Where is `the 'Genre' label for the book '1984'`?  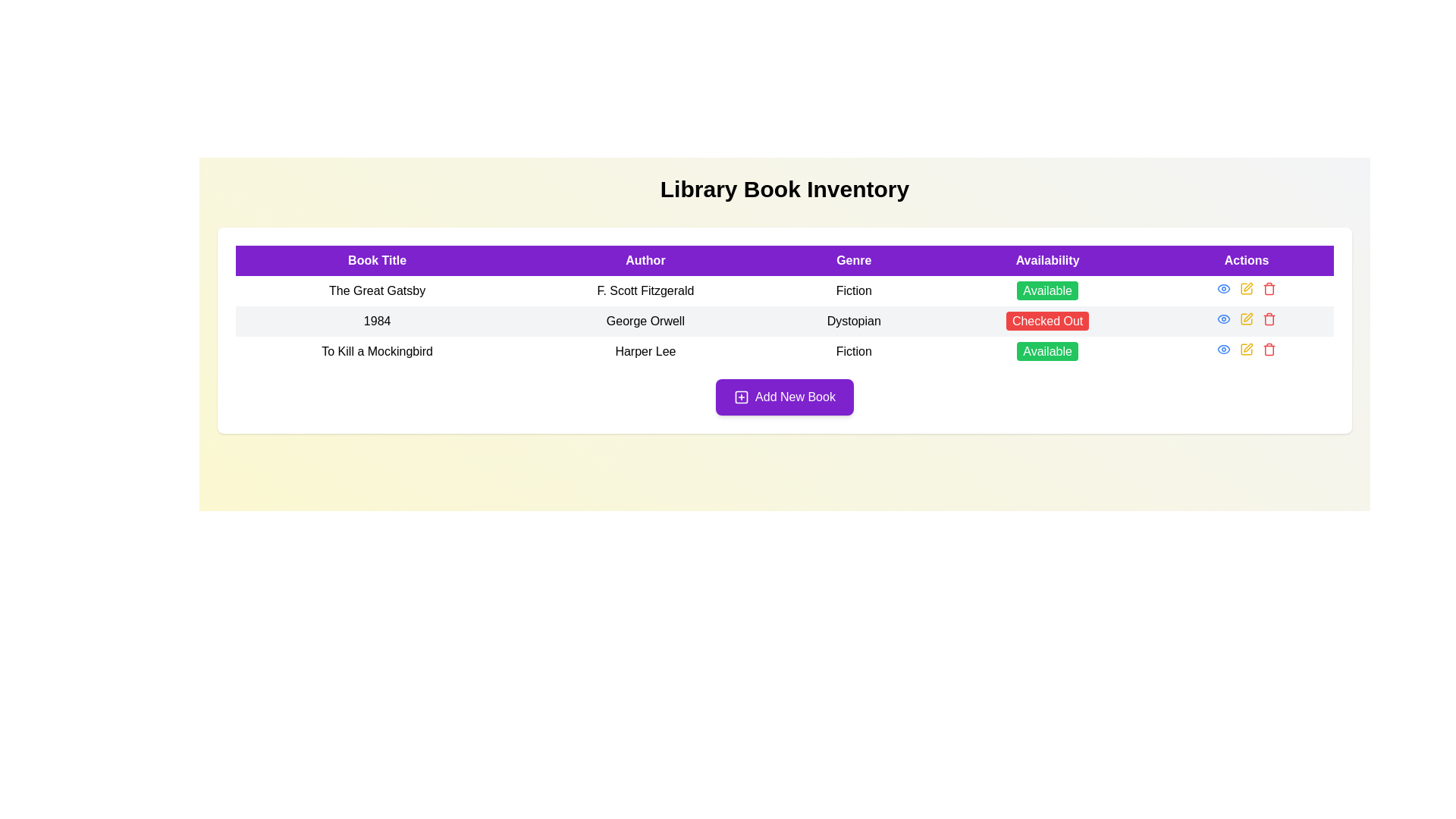 the 'Genre' label for the book '1984' is located at coordinates (854, 321).